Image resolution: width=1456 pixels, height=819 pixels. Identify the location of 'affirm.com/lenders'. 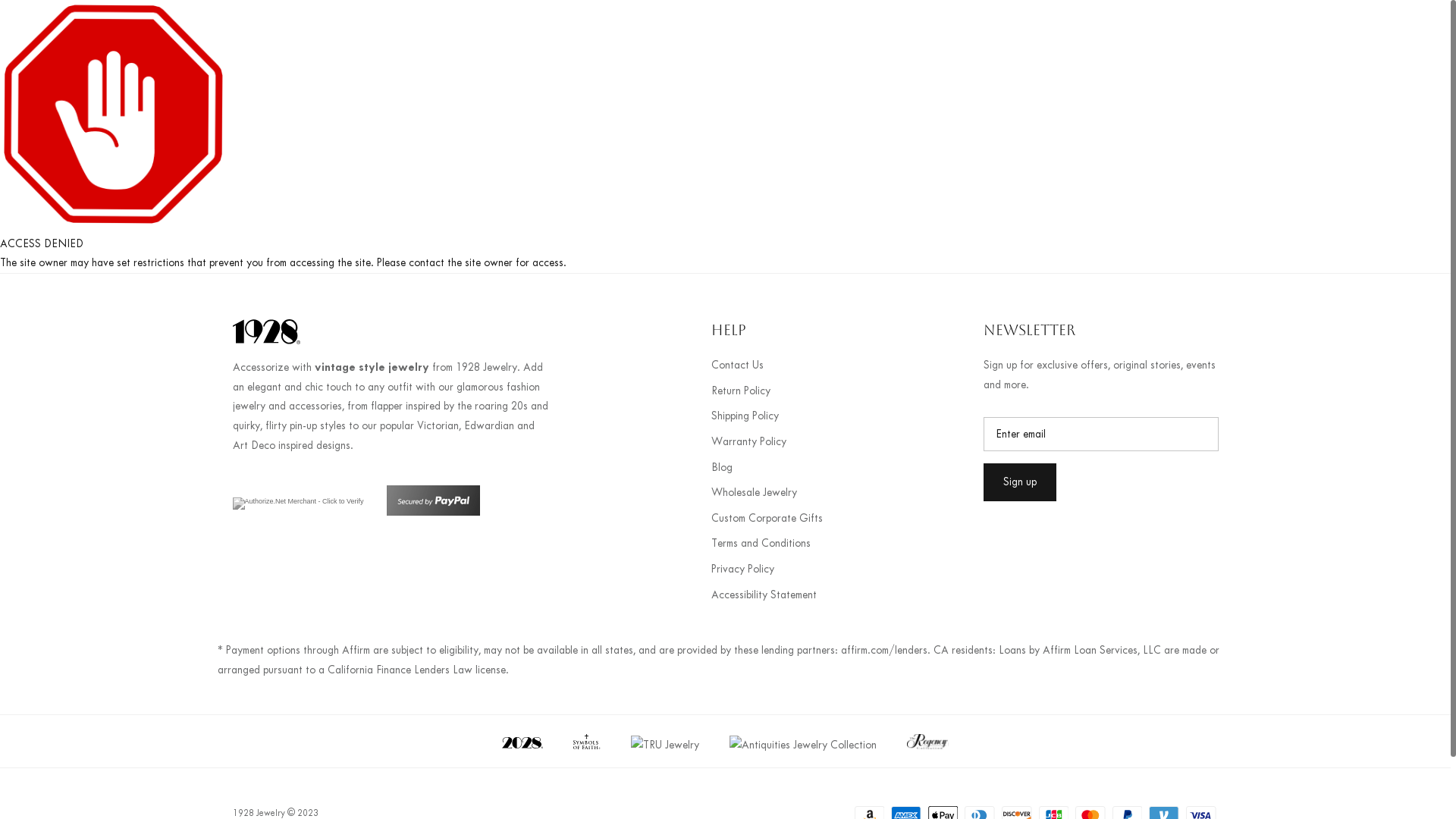
(883, 649).